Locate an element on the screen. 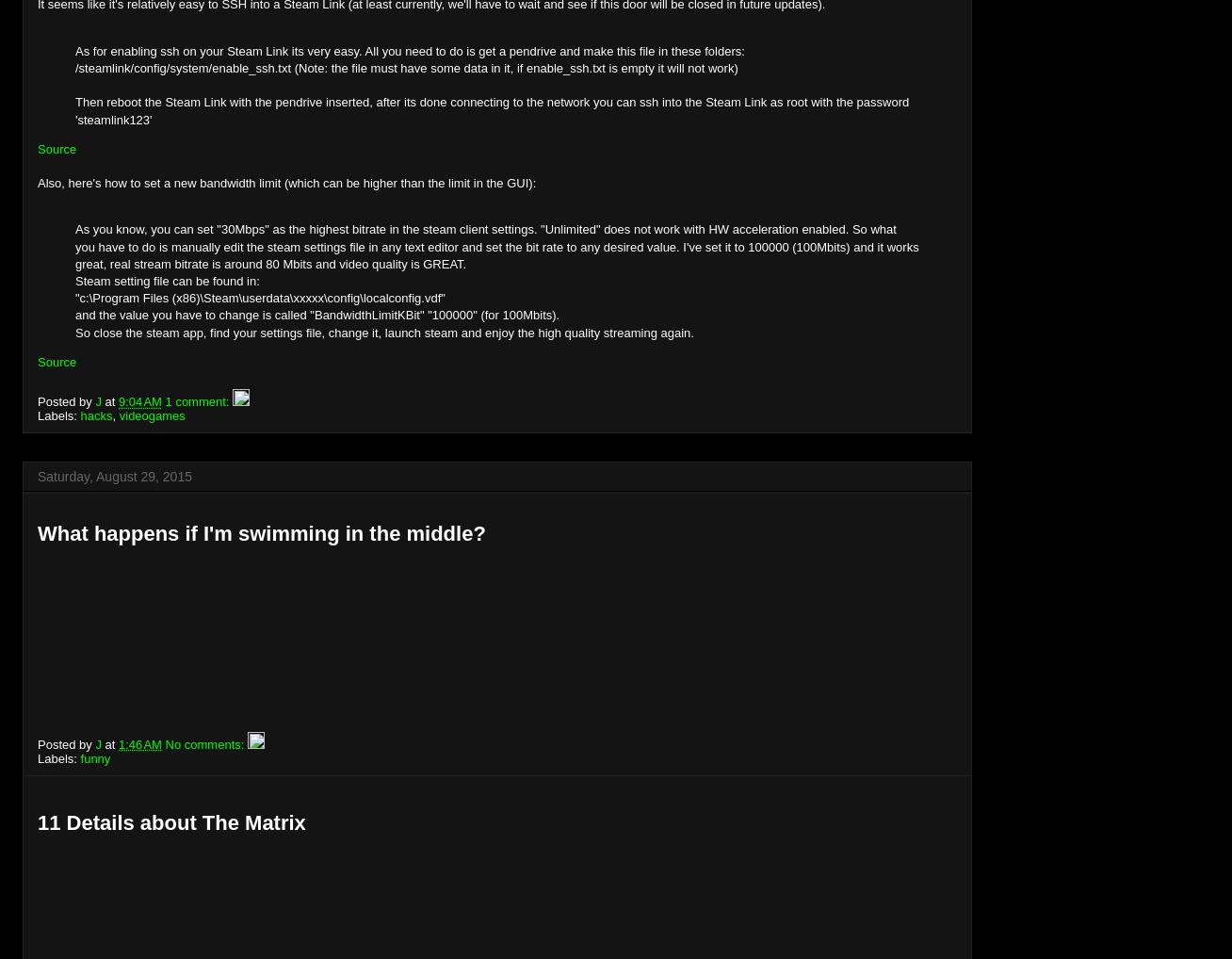 Image resolution: width=1232 pixels, height=959 pixels. 'So close the steam app, find your settings file, change it, launch steam and enjoy the high quality streaming again.' is located at coordinates (383, 331).